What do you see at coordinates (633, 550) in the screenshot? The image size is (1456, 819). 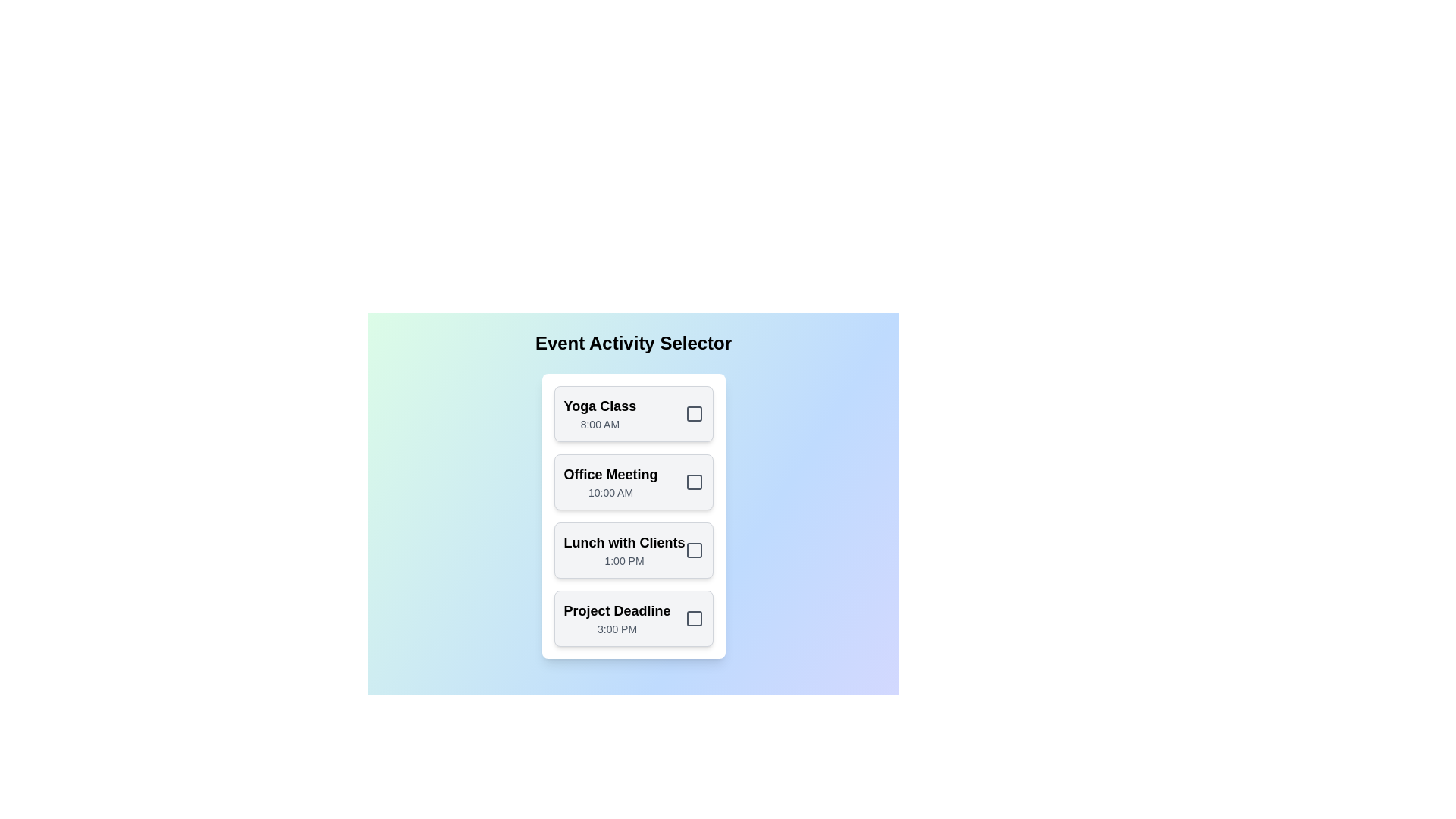 I see `the activity card corresponding to Lunch with Clients to toggle its selection state` at bounding box center [633, 550].